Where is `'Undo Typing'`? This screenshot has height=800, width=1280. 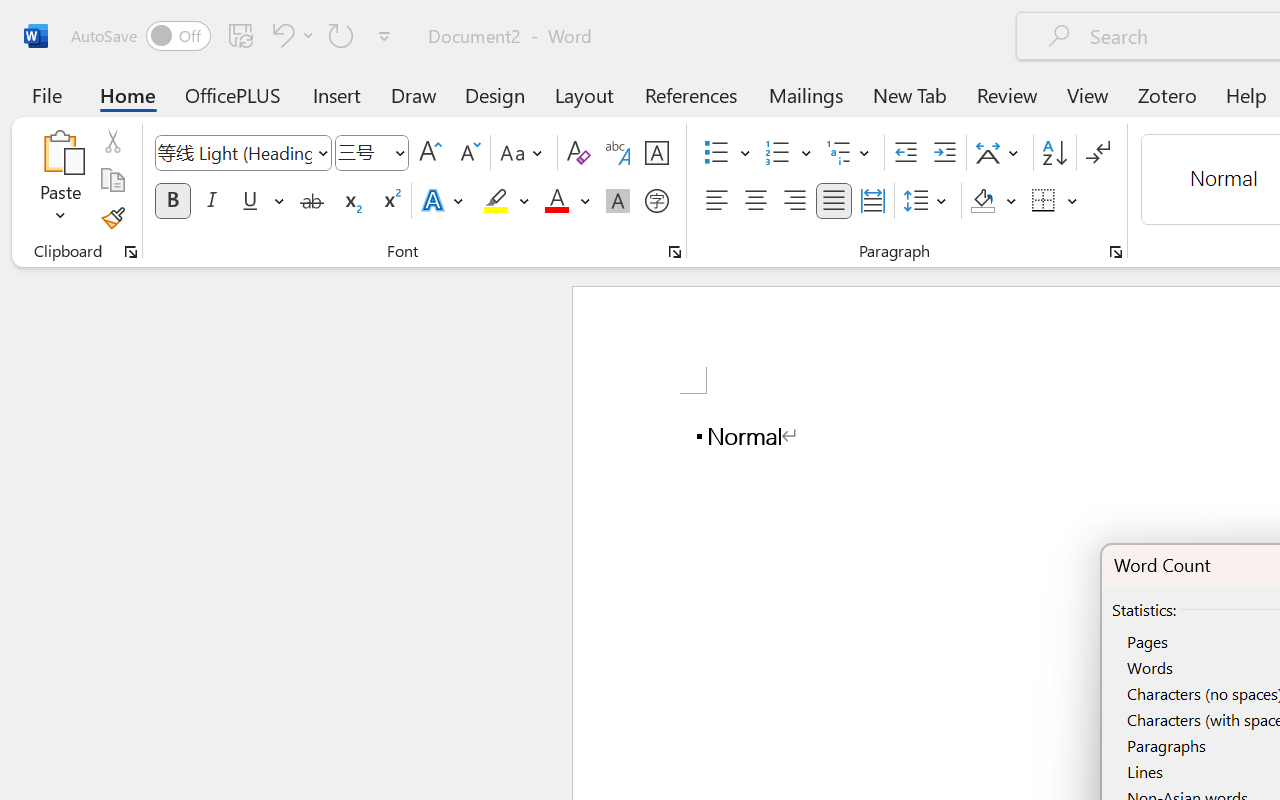
'Undo Typing' is located at coordinates (279, 34).